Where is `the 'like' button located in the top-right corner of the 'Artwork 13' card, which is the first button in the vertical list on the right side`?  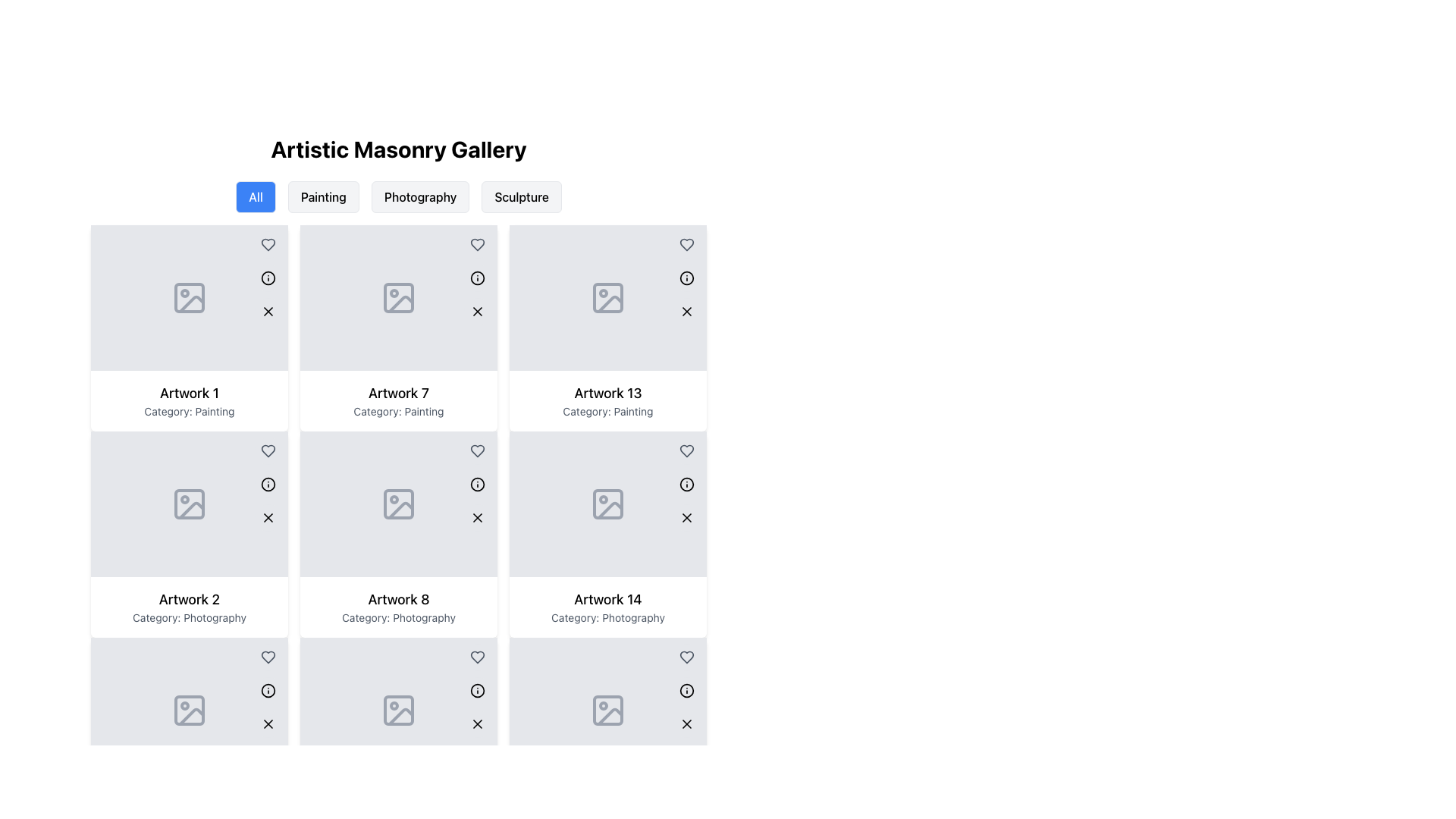
the 'like' button located in the top-right corner of the 'Artwork 13' card, which is the first button in the vertical list on the right side is located at coordinates (686, 450).